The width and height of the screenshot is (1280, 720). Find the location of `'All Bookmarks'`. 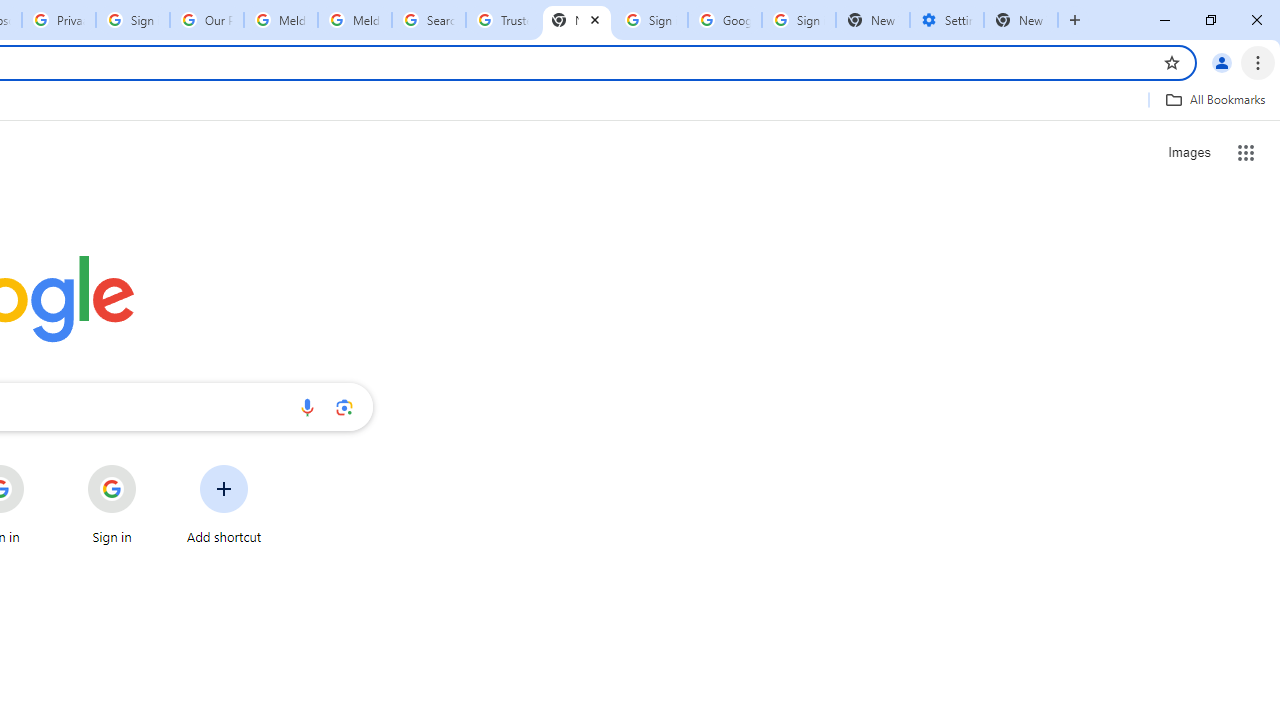

'All Bookmarks' is located at coordinates (1214, 99).